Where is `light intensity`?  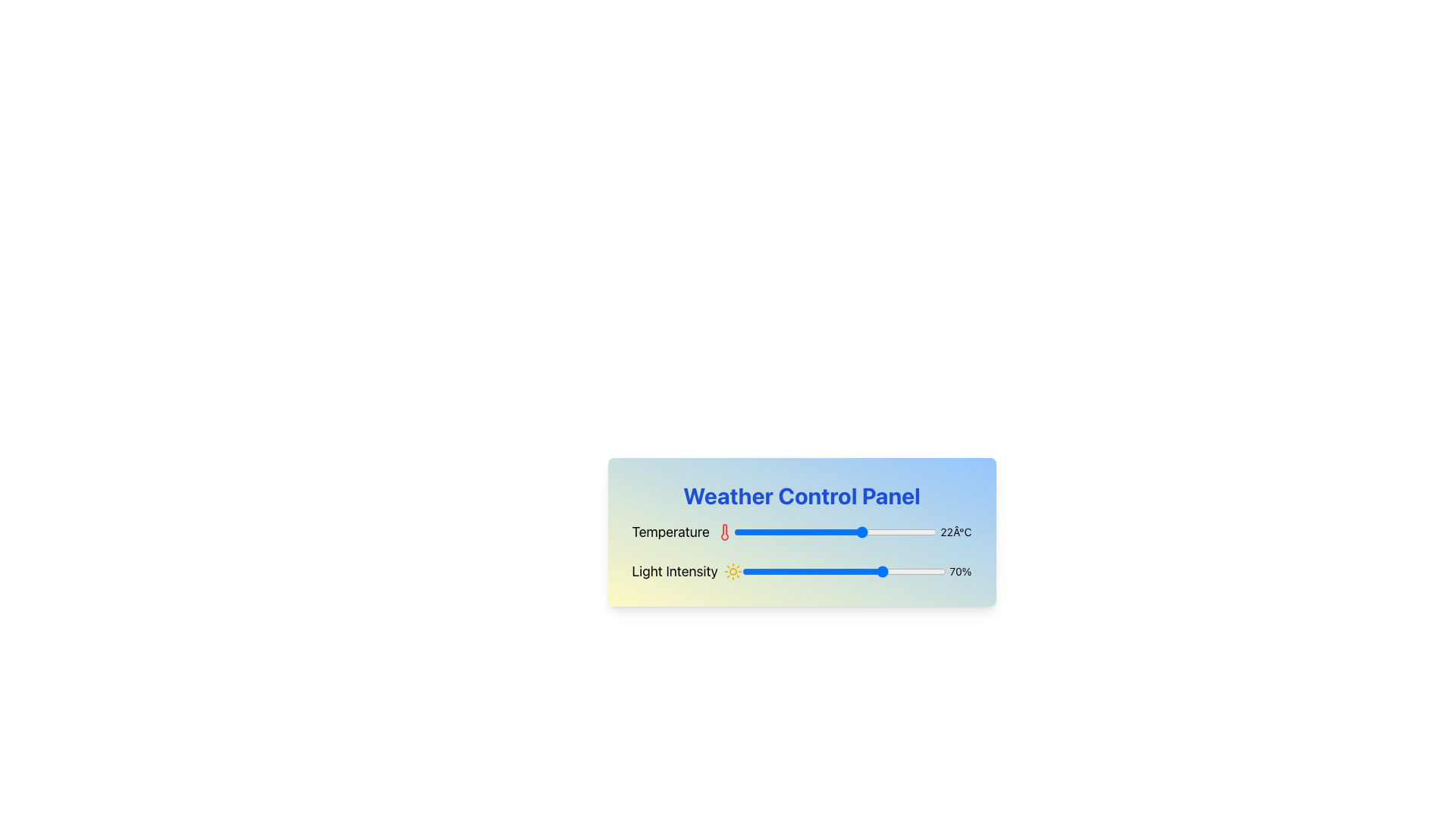 light intensity is located at coordinates (758, 571).